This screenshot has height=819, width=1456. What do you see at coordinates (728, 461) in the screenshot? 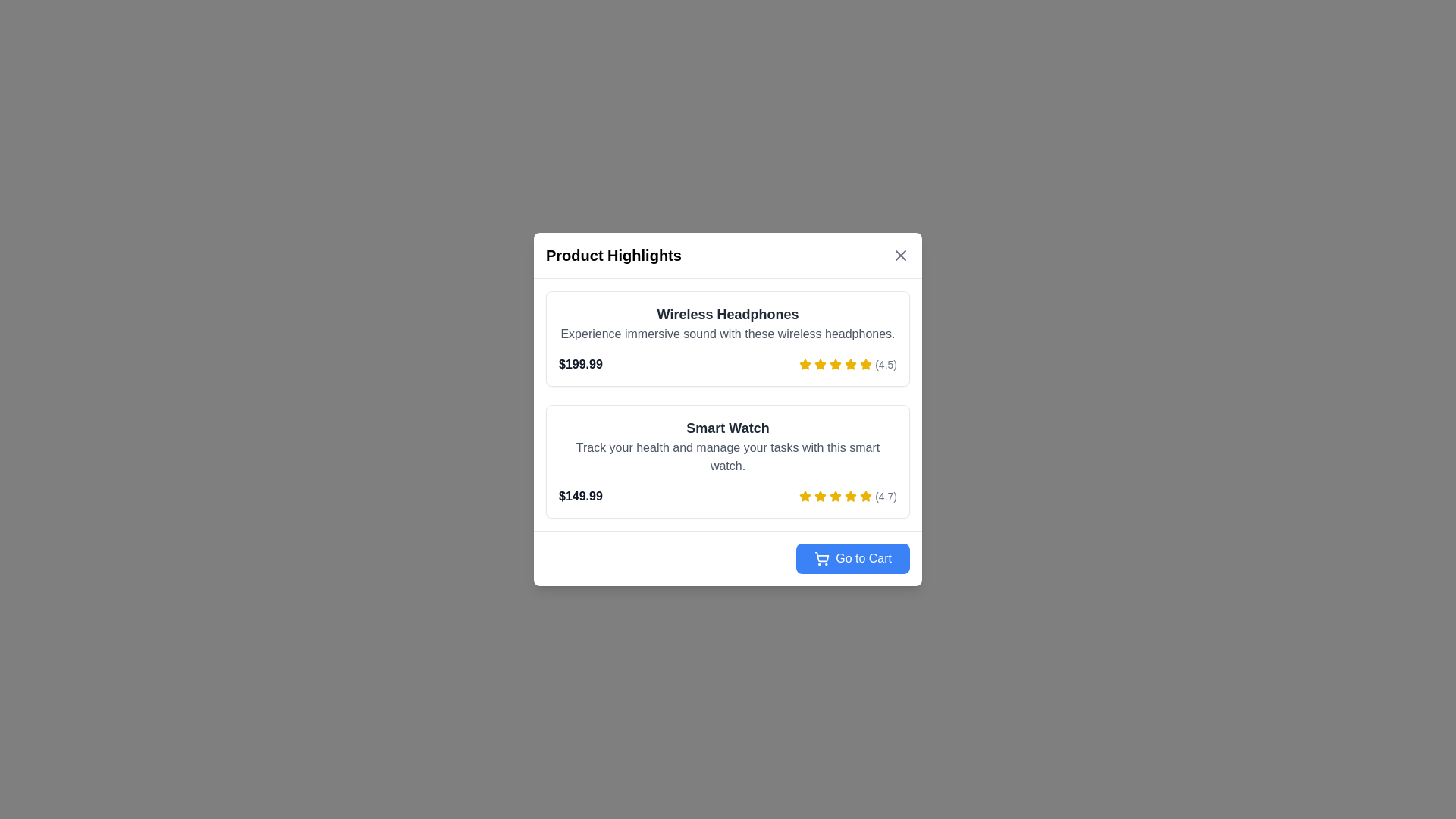
I see `the product card displaying information about the 'Smart Watch', which is located in the second position within the 'Product Highlights' section` at bounding box center [728, 461].